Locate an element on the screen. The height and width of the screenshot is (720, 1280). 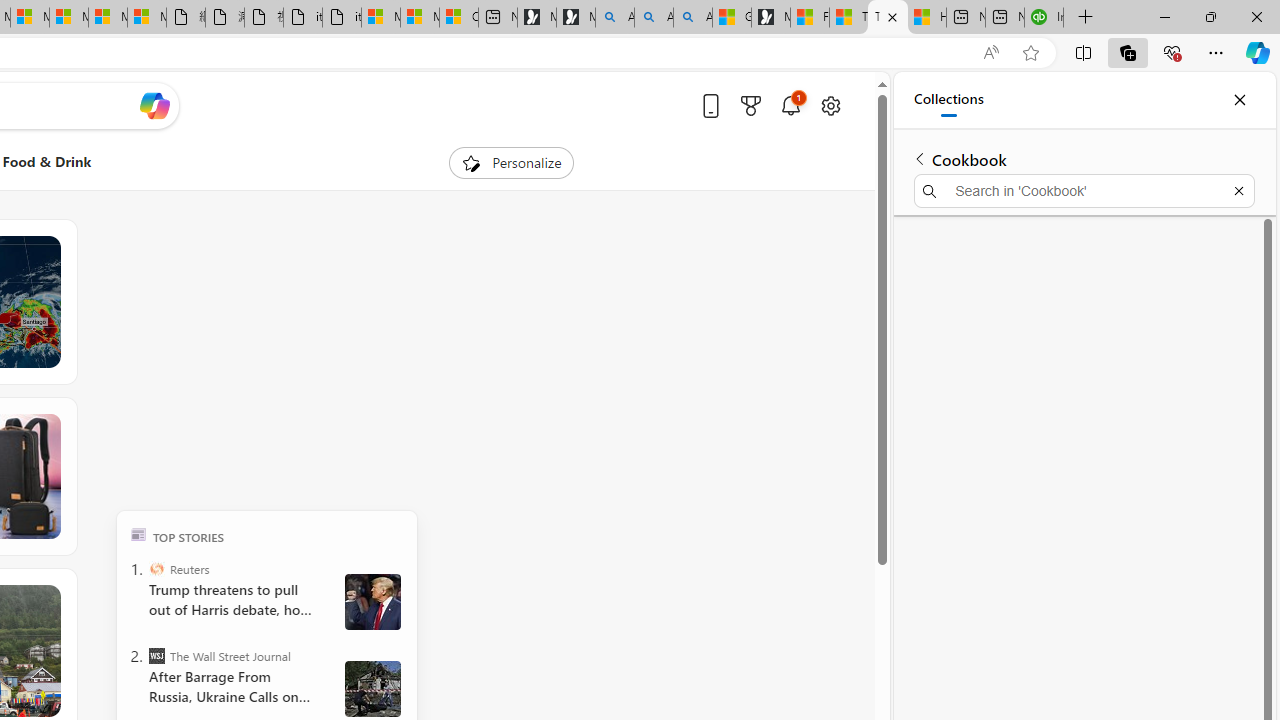
'Food and Drink - MSN' is located at coordinates (810, 17).